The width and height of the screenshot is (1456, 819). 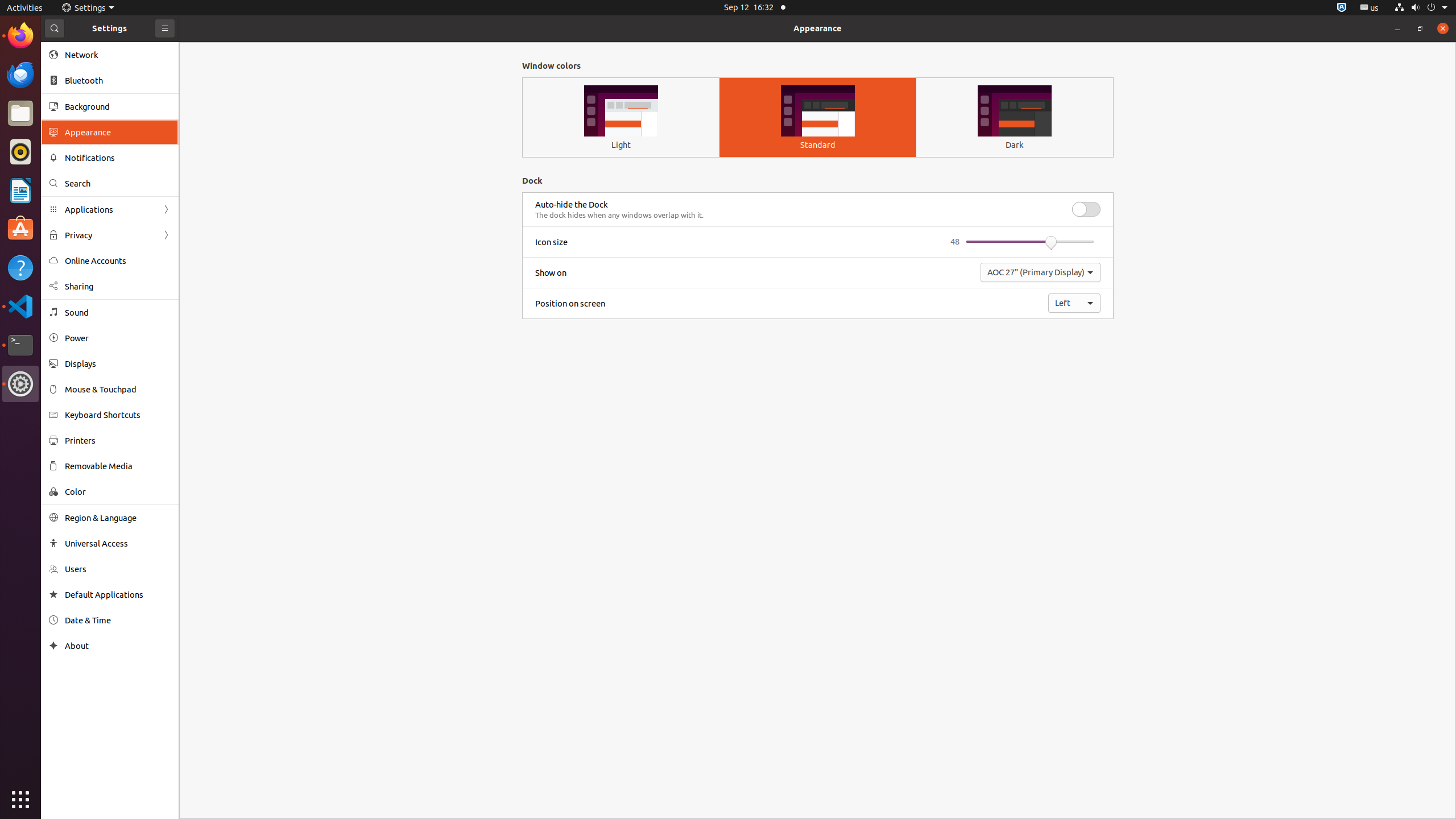 I want to click on 'Privacy', so click(x=109, y=235).